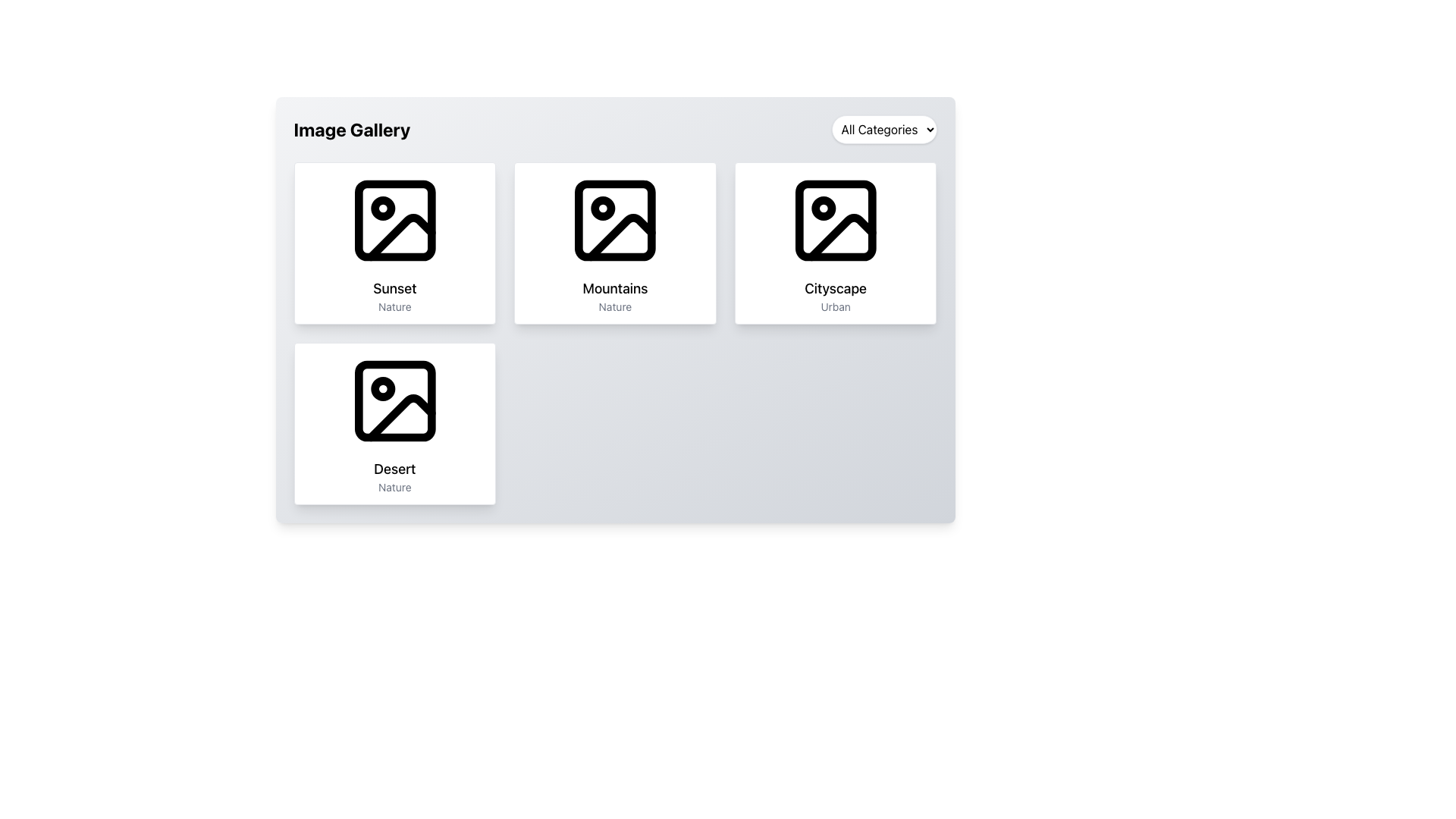 This screenshot has width=1456, height=819. Describe the element at coordinates (621, 237) in the screenshot. I see `the graphical line segment within the 'Mountains' icon in the SVG representation, positioned diagonally in the second icon of the gallery grid` at that location.